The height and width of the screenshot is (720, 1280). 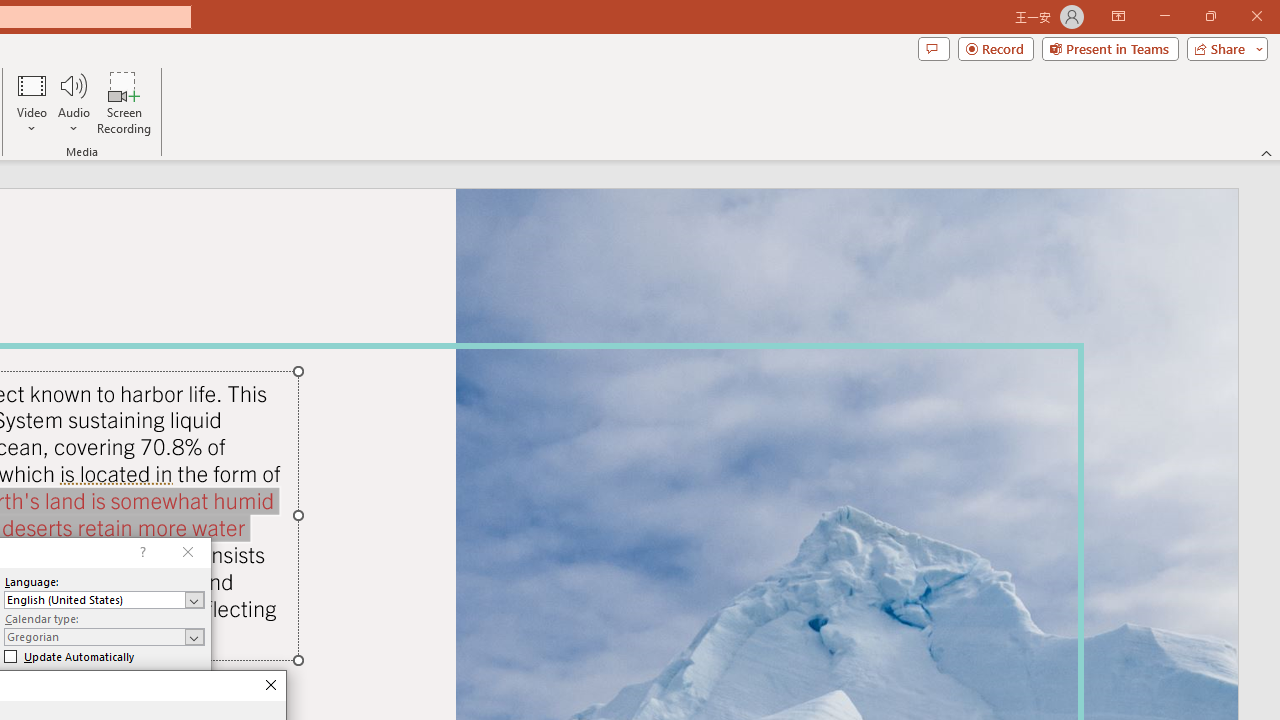 I want to click on 'Context help', so click(x=140, y=552).